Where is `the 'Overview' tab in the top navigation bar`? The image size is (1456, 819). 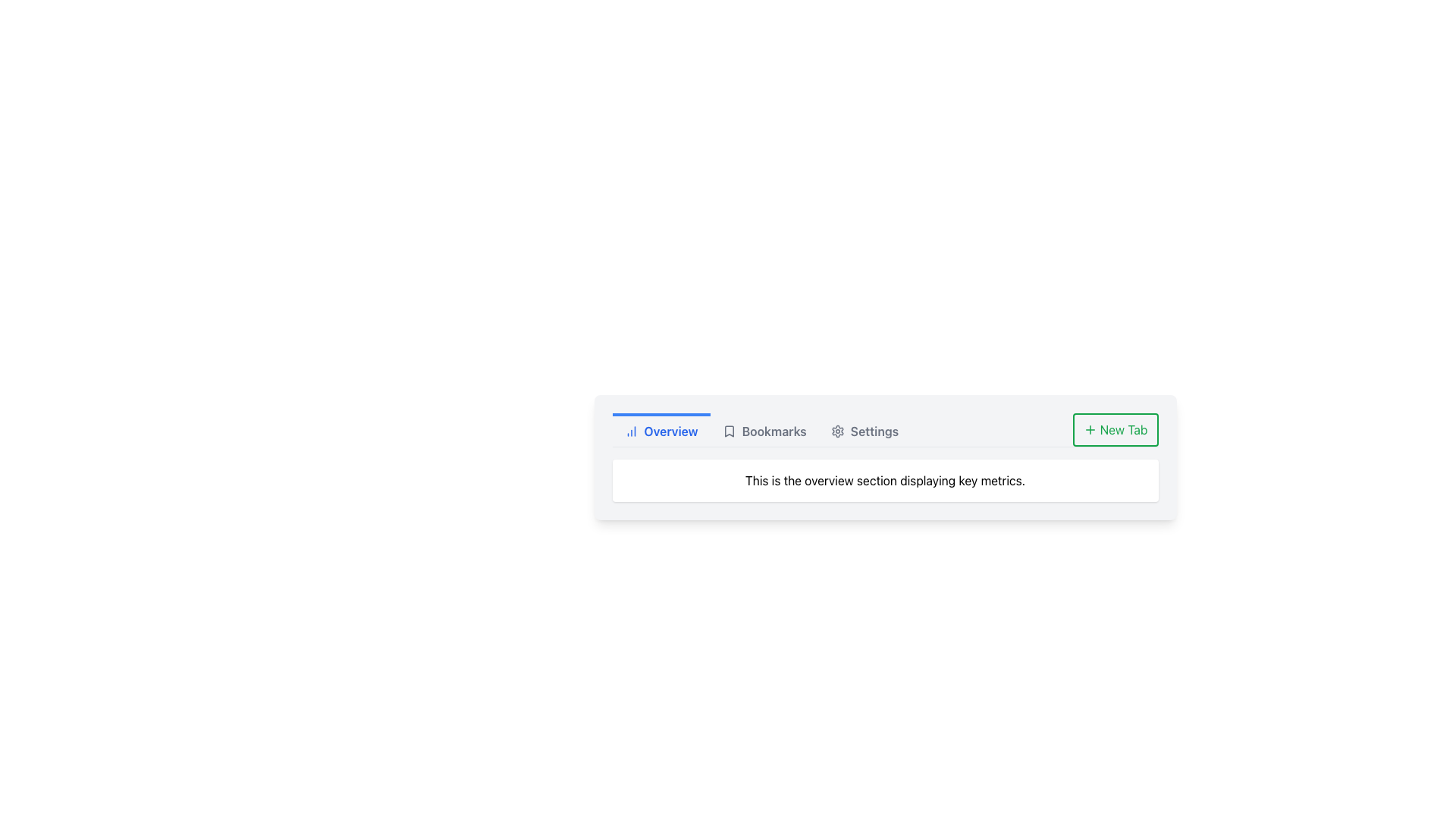
the 'Overview' tab in the top navigation bar is located at coordinates (661, 430).